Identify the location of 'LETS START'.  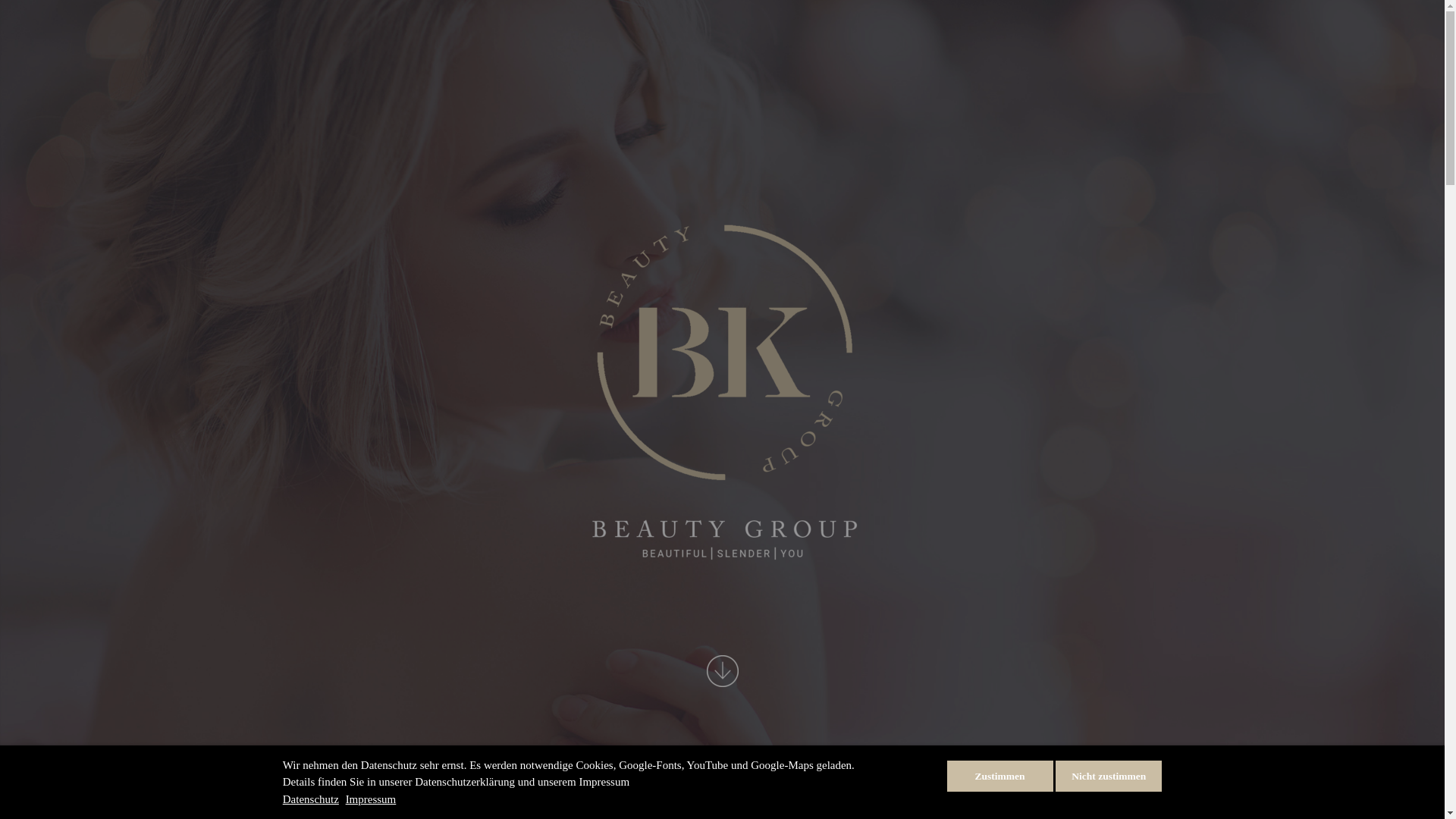
(722, 673).